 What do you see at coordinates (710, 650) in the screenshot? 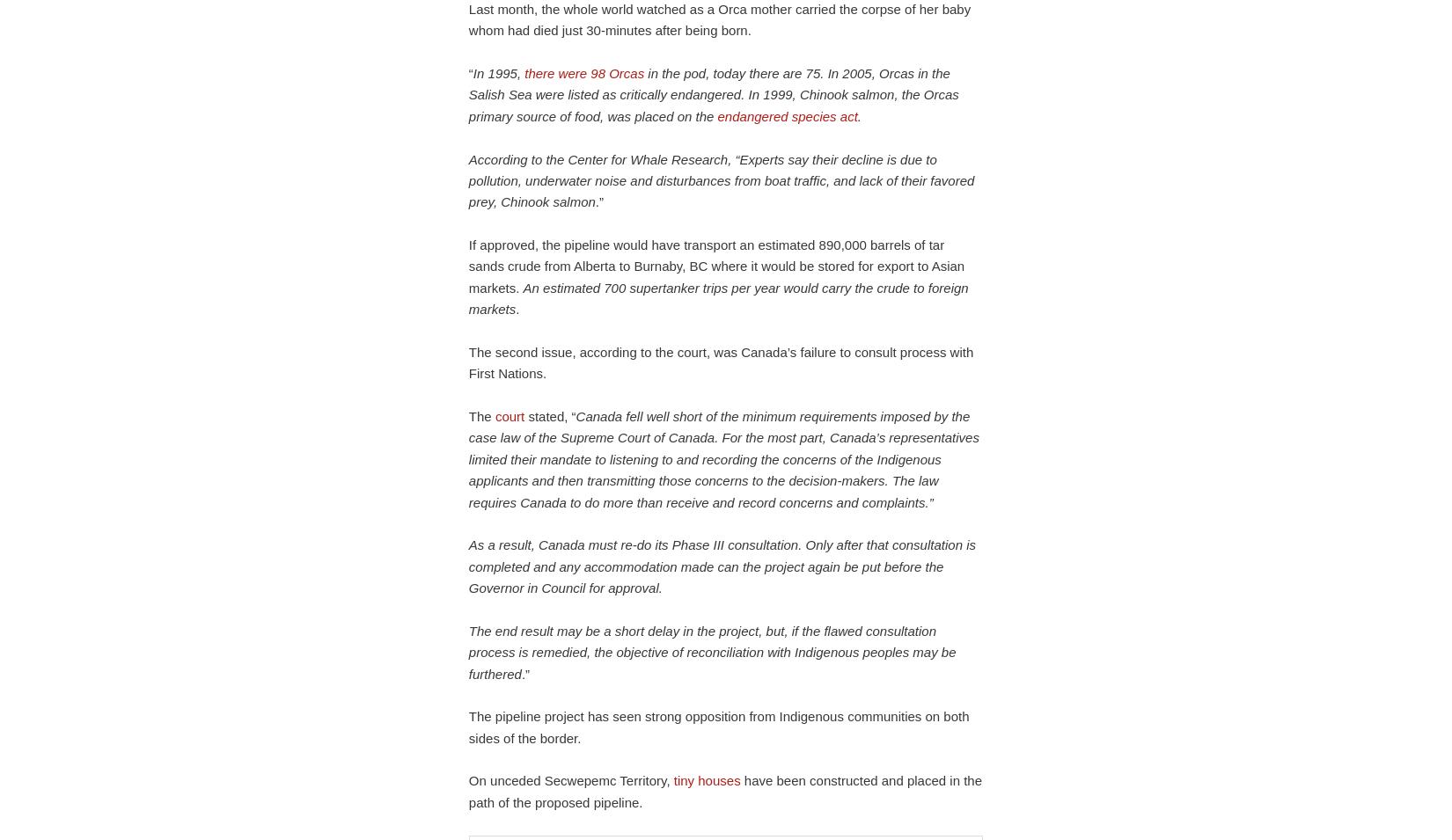
I see `'The end result may be a short delay in the project, but, if the flawed consultation process is remedied, the objective of reconciliation with Indigenous peoples may be furthered'` at bounding box center [710, 650].